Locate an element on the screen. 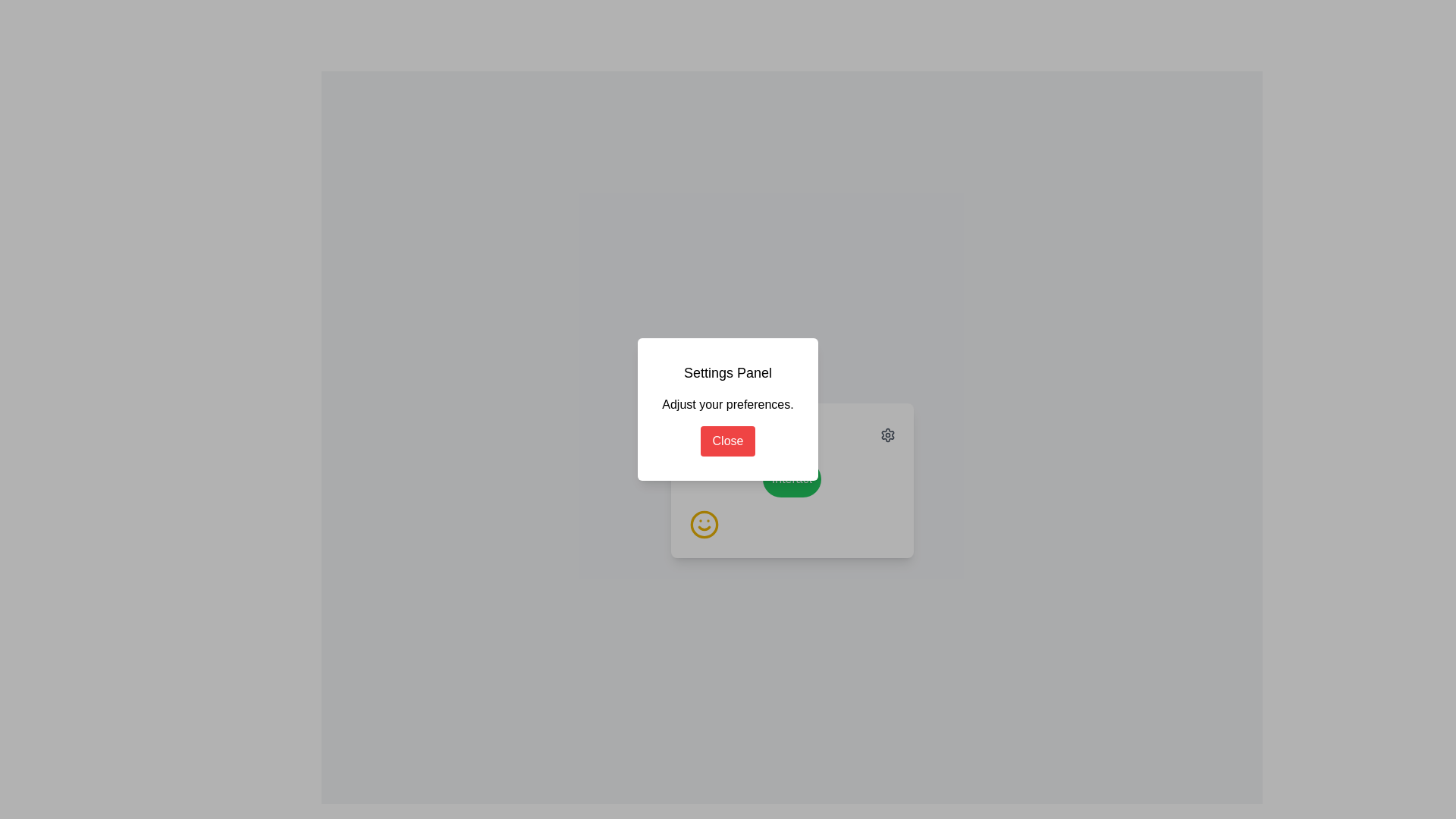  the 'Close' button with a red background and white text located at the bottom of the 'Settings Panel' is located at coordinates (728, 441).